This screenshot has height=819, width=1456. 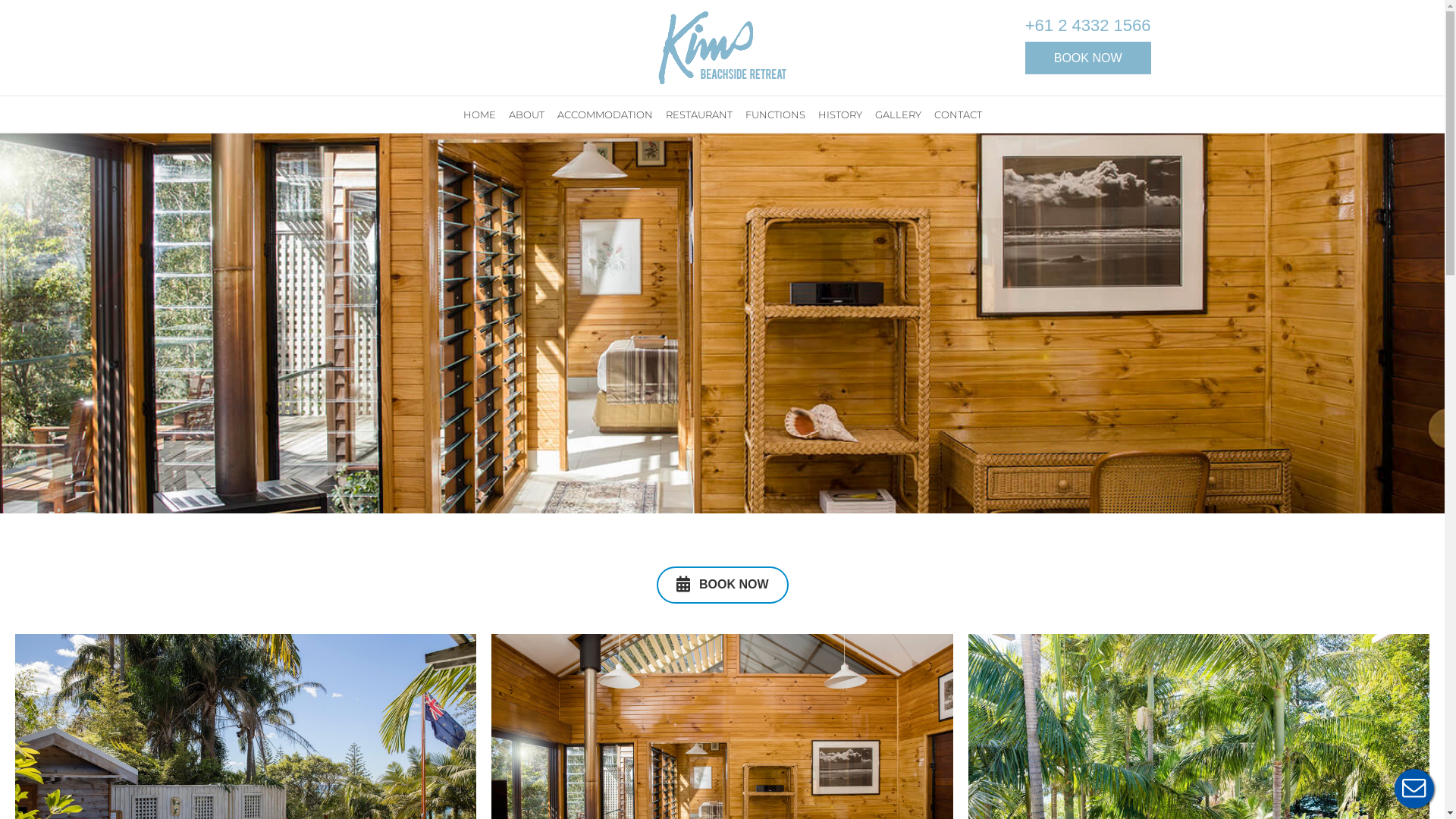 I want to click on 'Live Chat Button', so click(x=1414, y=788).